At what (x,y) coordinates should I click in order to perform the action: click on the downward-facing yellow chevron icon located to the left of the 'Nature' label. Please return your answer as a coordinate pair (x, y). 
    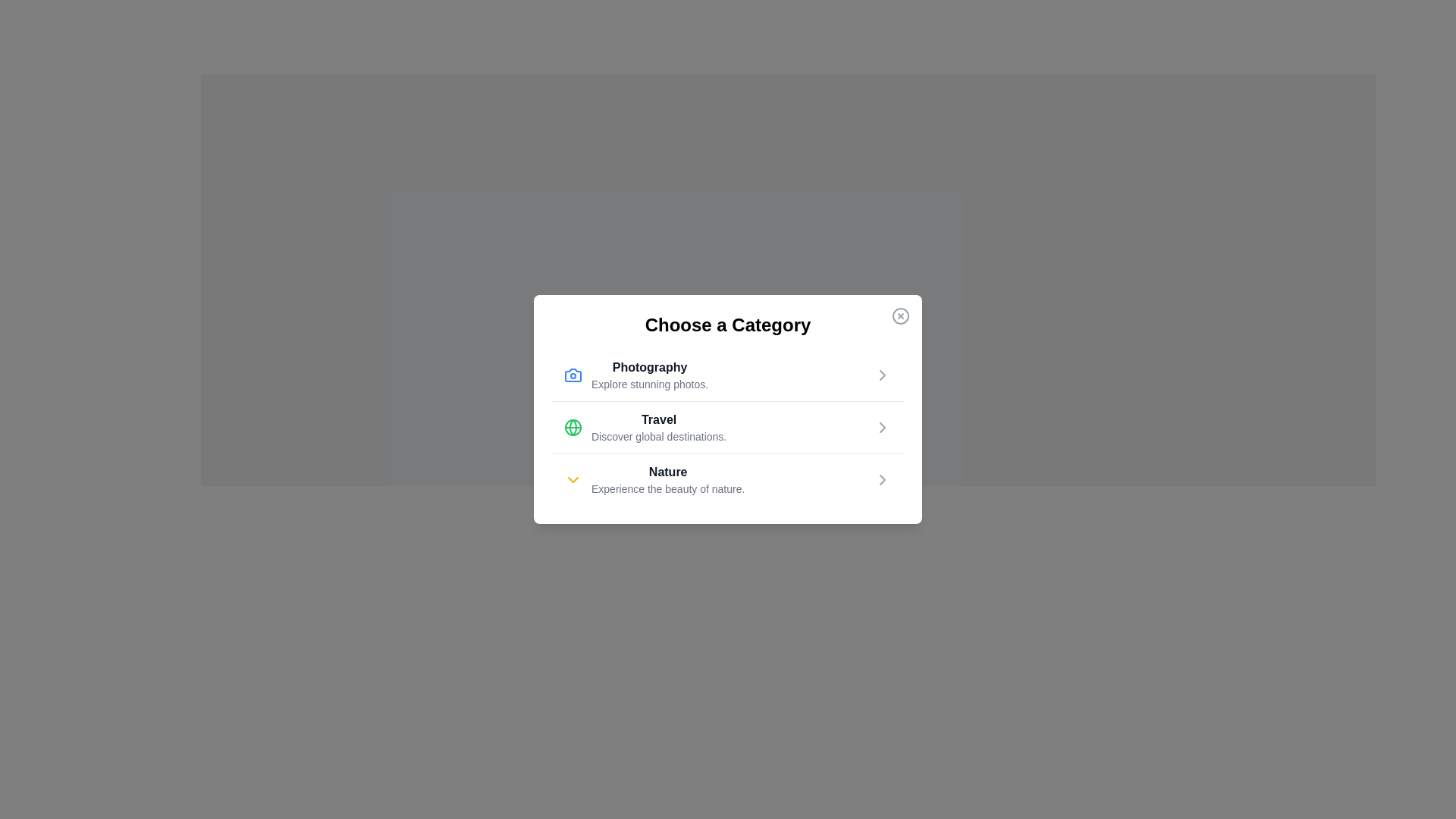
    Looking at the image, I should click on (572, 479).